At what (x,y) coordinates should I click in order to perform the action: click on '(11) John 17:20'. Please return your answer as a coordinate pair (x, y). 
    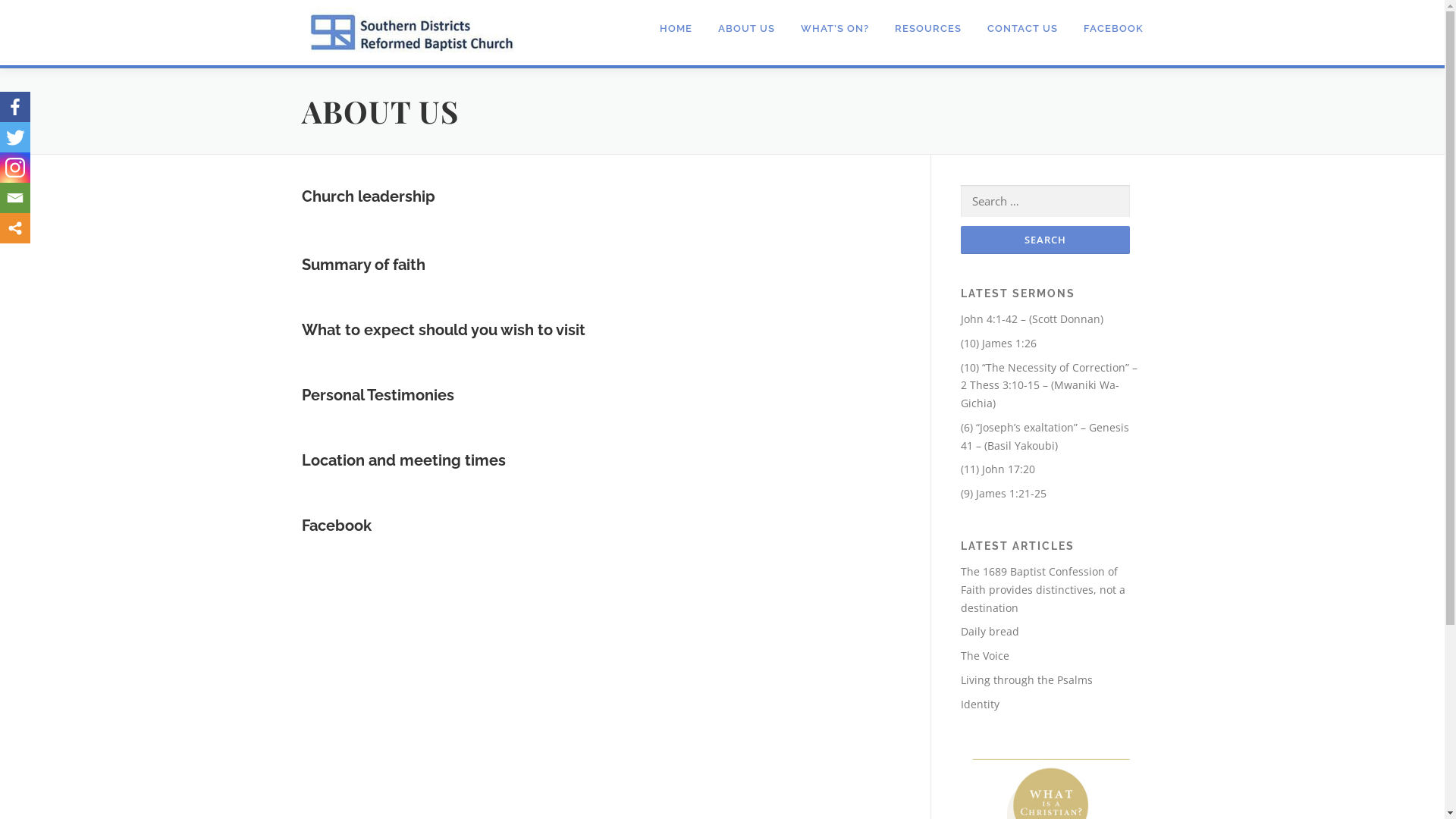
    Looking at the image, I should click on (997, 468).